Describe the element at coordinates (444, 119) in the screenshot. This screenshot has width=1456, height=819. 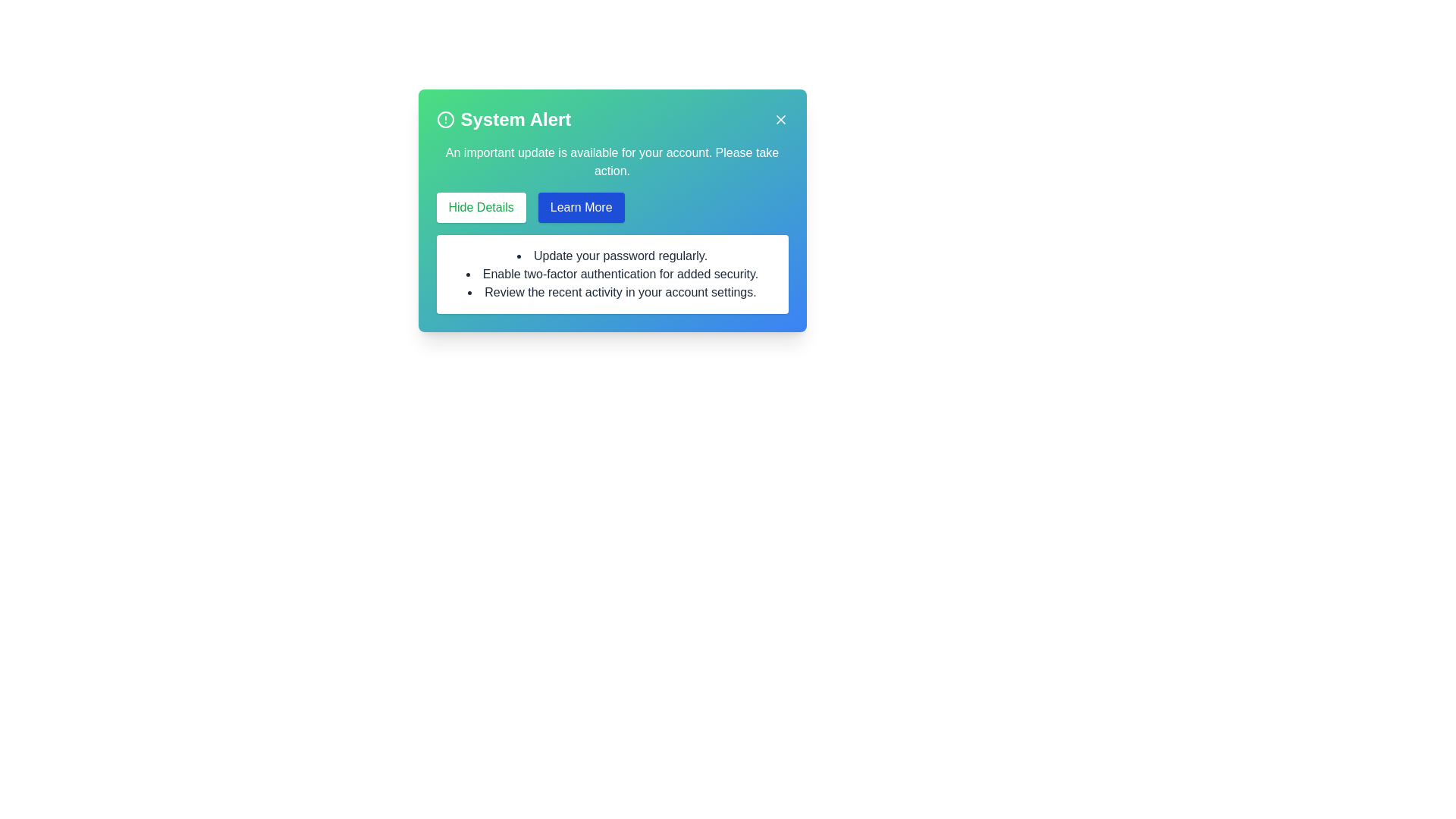
I see `the alert icon located in the header of the alert panel, which is directly to the left of the text 'System Alert', to understand its contextual meaning` at that location.